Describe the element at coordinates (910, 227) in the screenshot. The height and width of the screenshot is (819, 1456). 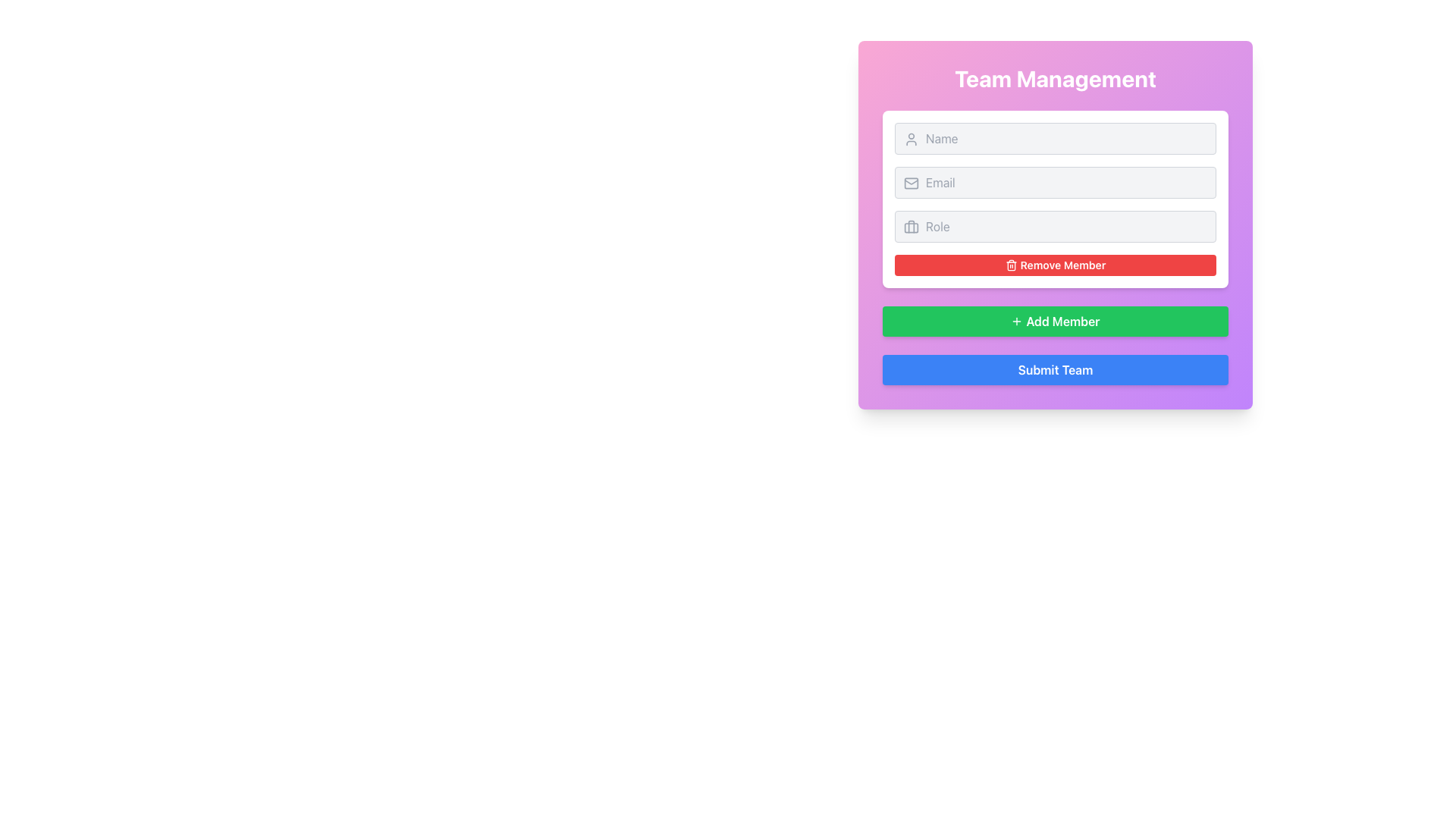
I see `the decorative icon located to the left of the 'Role' input field, which visually indicates its purpose` at that location.